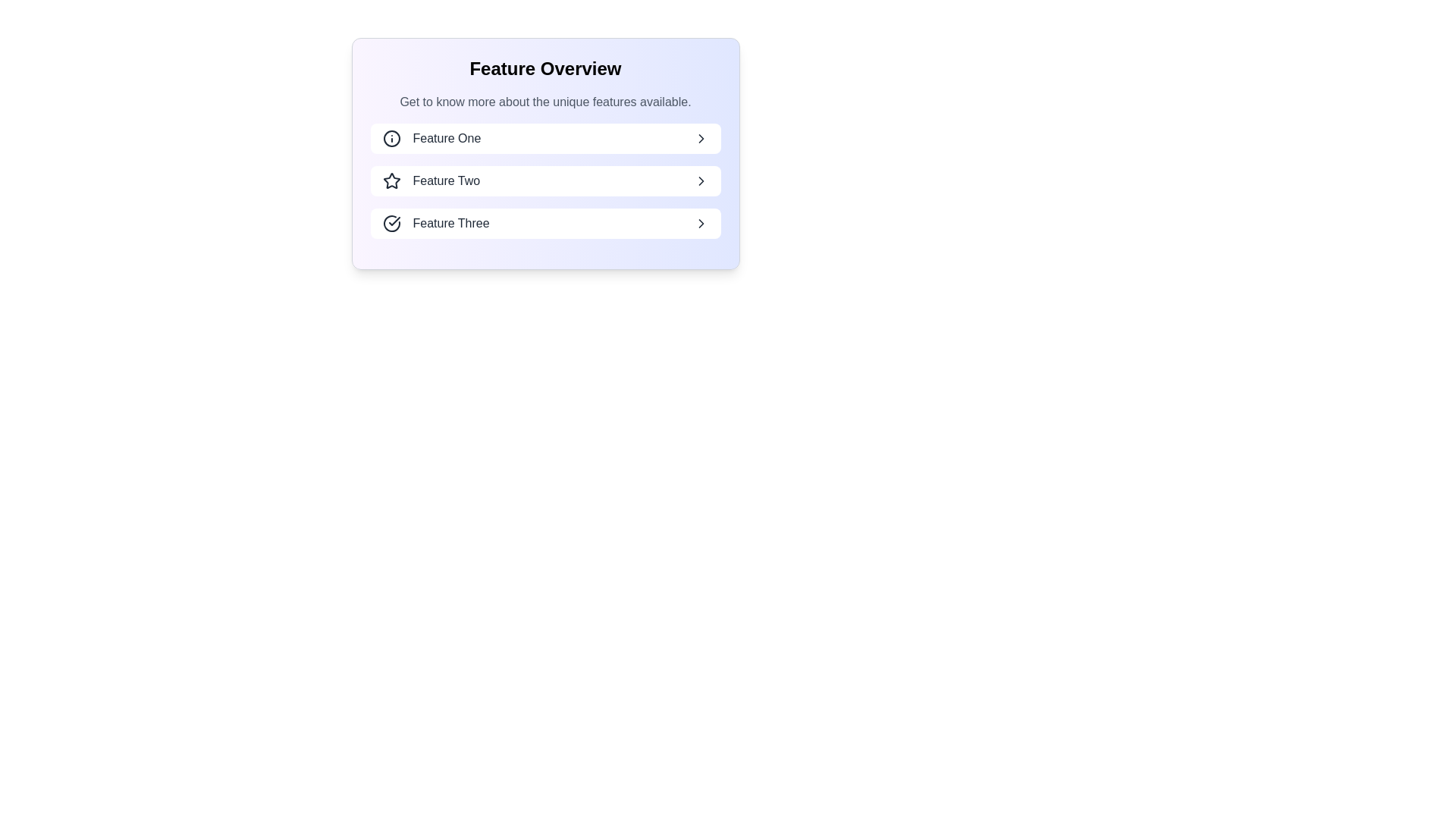 The height and width of the screenshot is (819, 1456). What do you see at coordinates (450, 223) in the screenshot?
I see `the text label displaying 'Feature Three', which is part of a labeled list of features and right-aligned to a check mark icon` at bounding box center [450, 223].